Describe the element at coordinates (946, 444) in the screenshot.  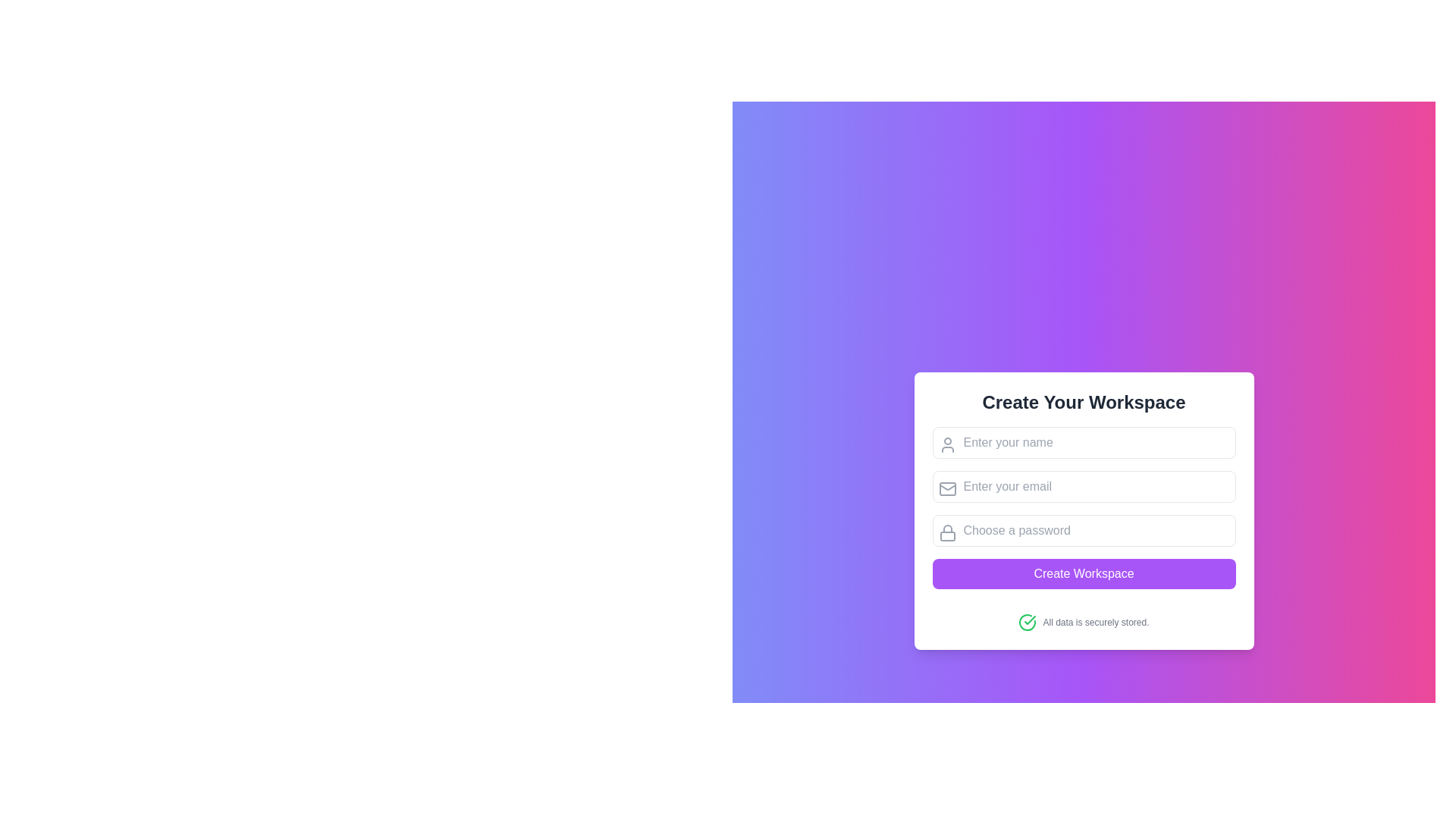
I see `the user icon styled in material design, which features a circular head and shoulders outline, located at the beginning of the input field labeled 'Enter your name'` at that location.